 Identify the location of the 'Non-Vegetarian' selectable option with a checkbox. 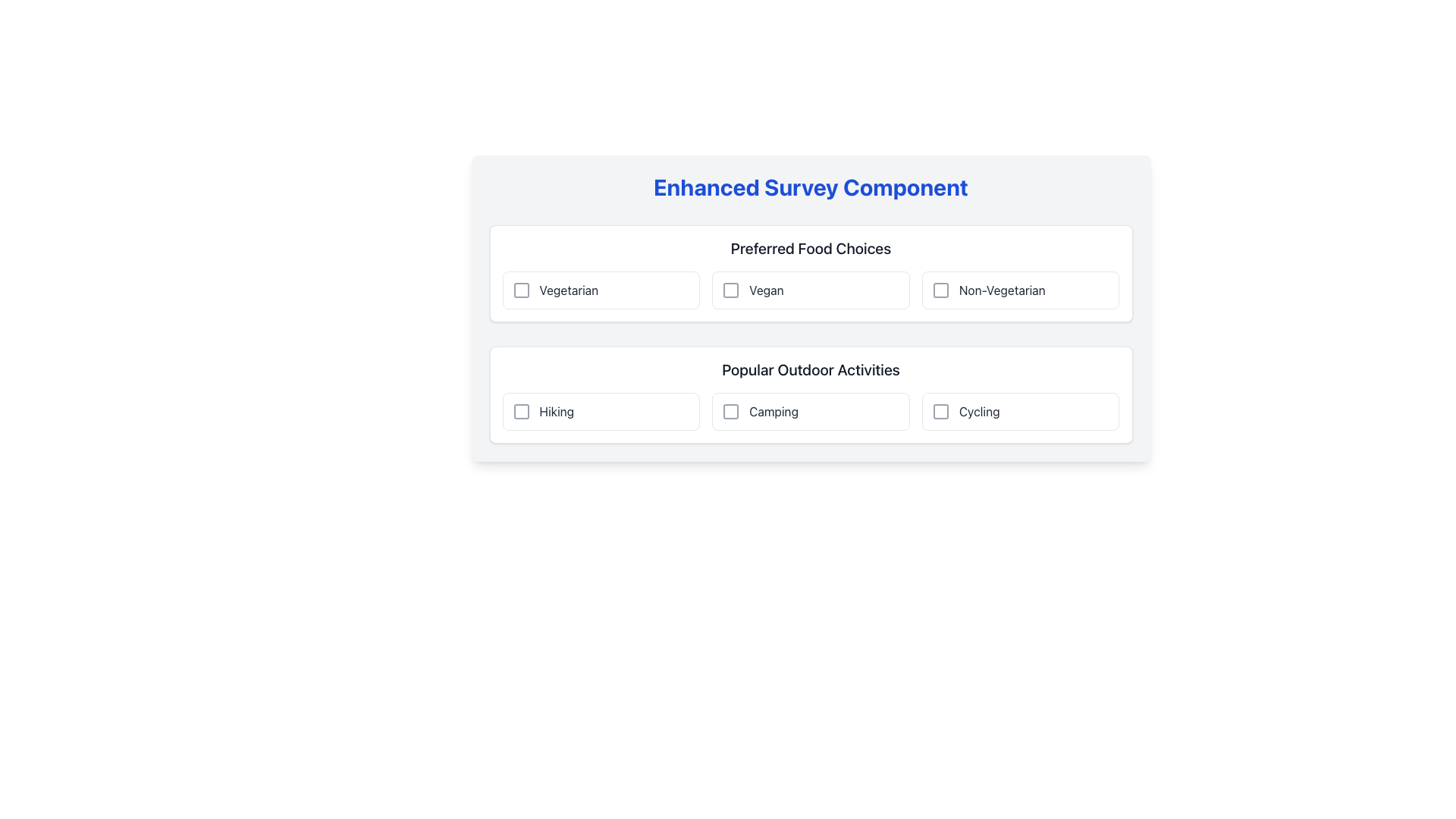
(1021, 290).